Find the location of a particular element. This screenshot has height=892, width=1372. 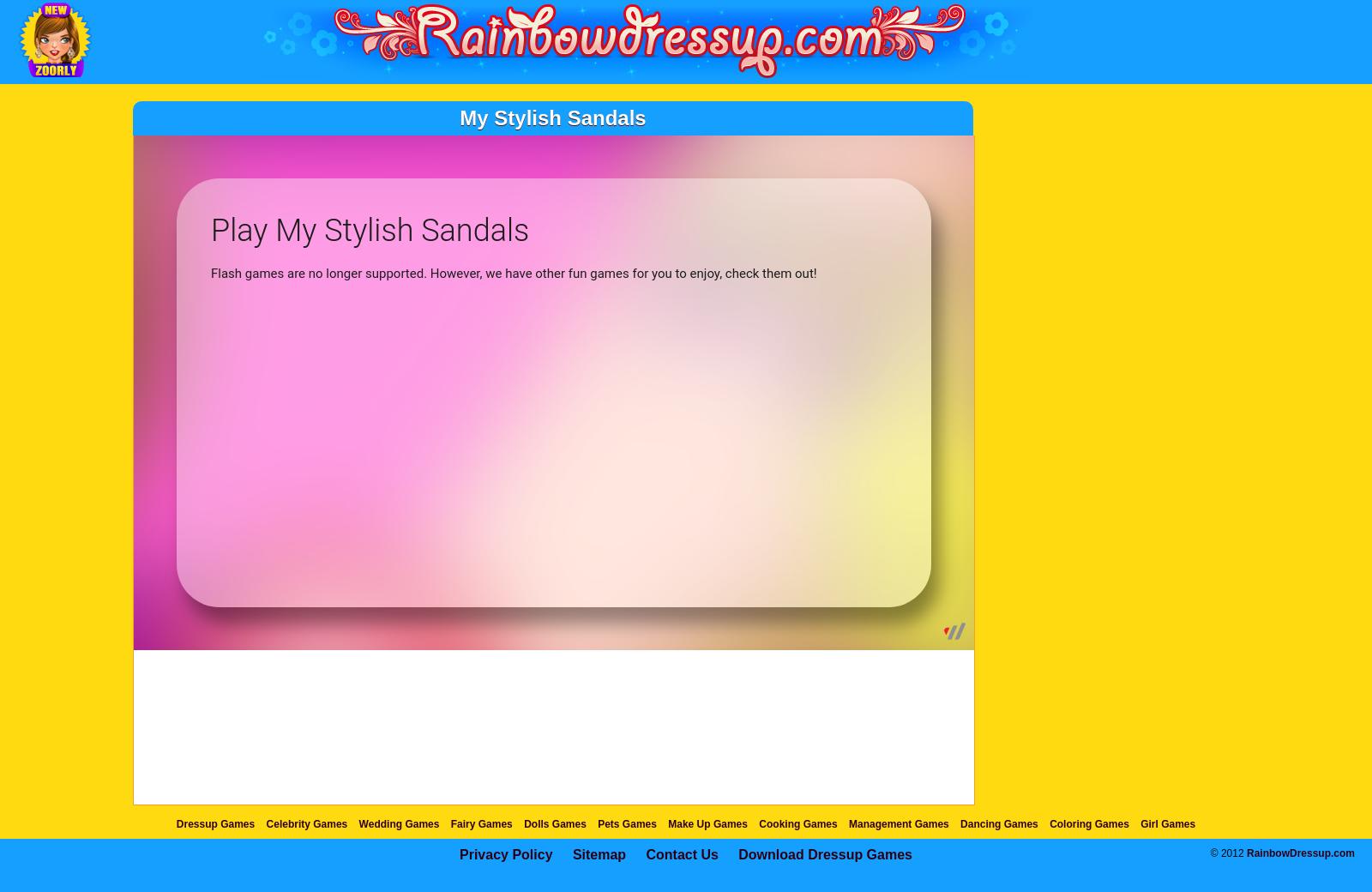

'Coloring Games' is located at coordinates (1087, 823).